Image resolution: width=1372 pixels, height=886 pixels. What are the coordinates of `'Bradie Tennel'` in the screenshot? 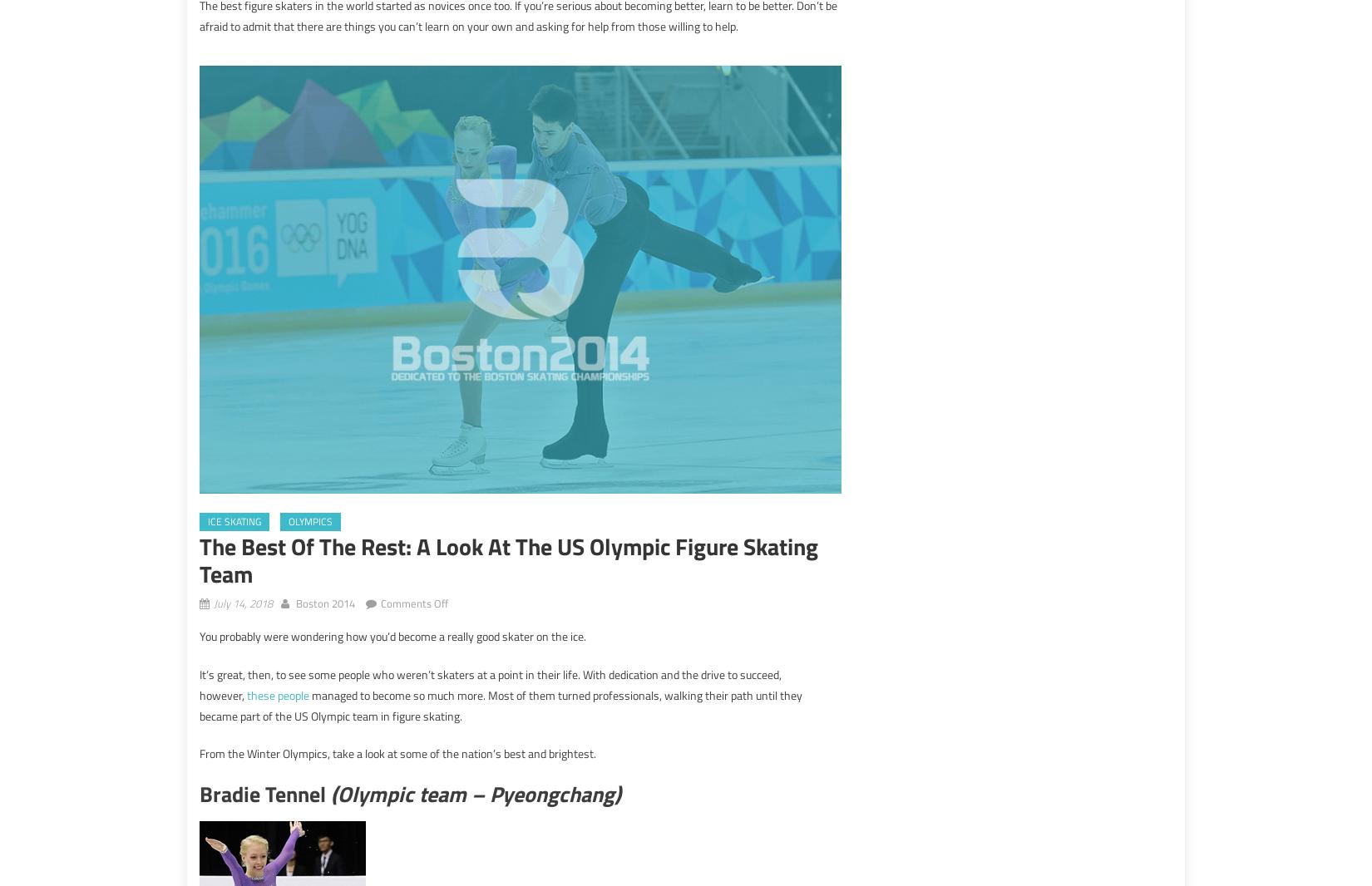 It's located at (264, 794).